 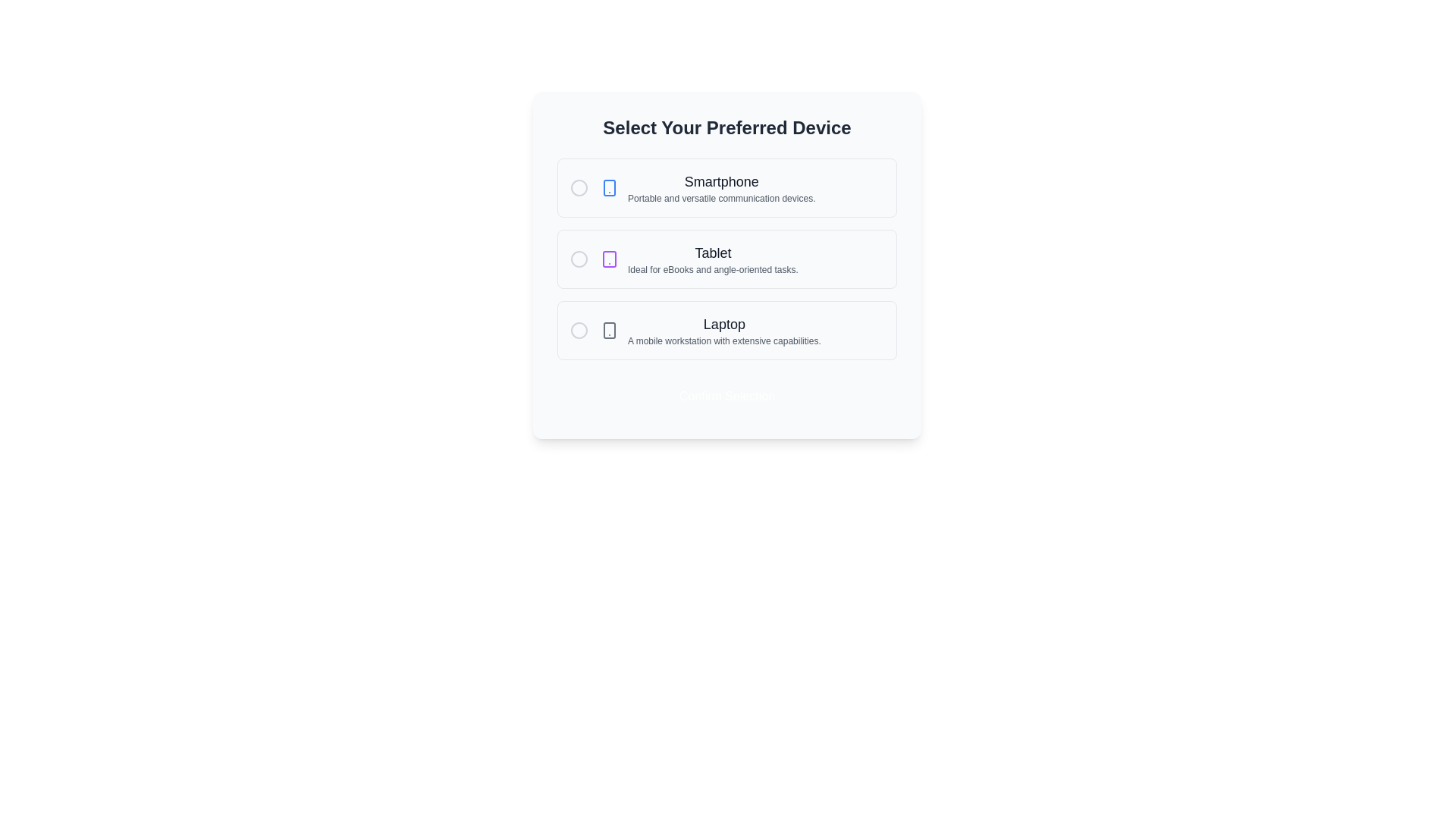 What do you see at coordinates (712, 253) in the screenshot?
I see `text label identifying the second selection option in a vertical list of choices for a preferred device, located between a selectable icon and a smaller text about eBooks` at bounding box center [712, 253].